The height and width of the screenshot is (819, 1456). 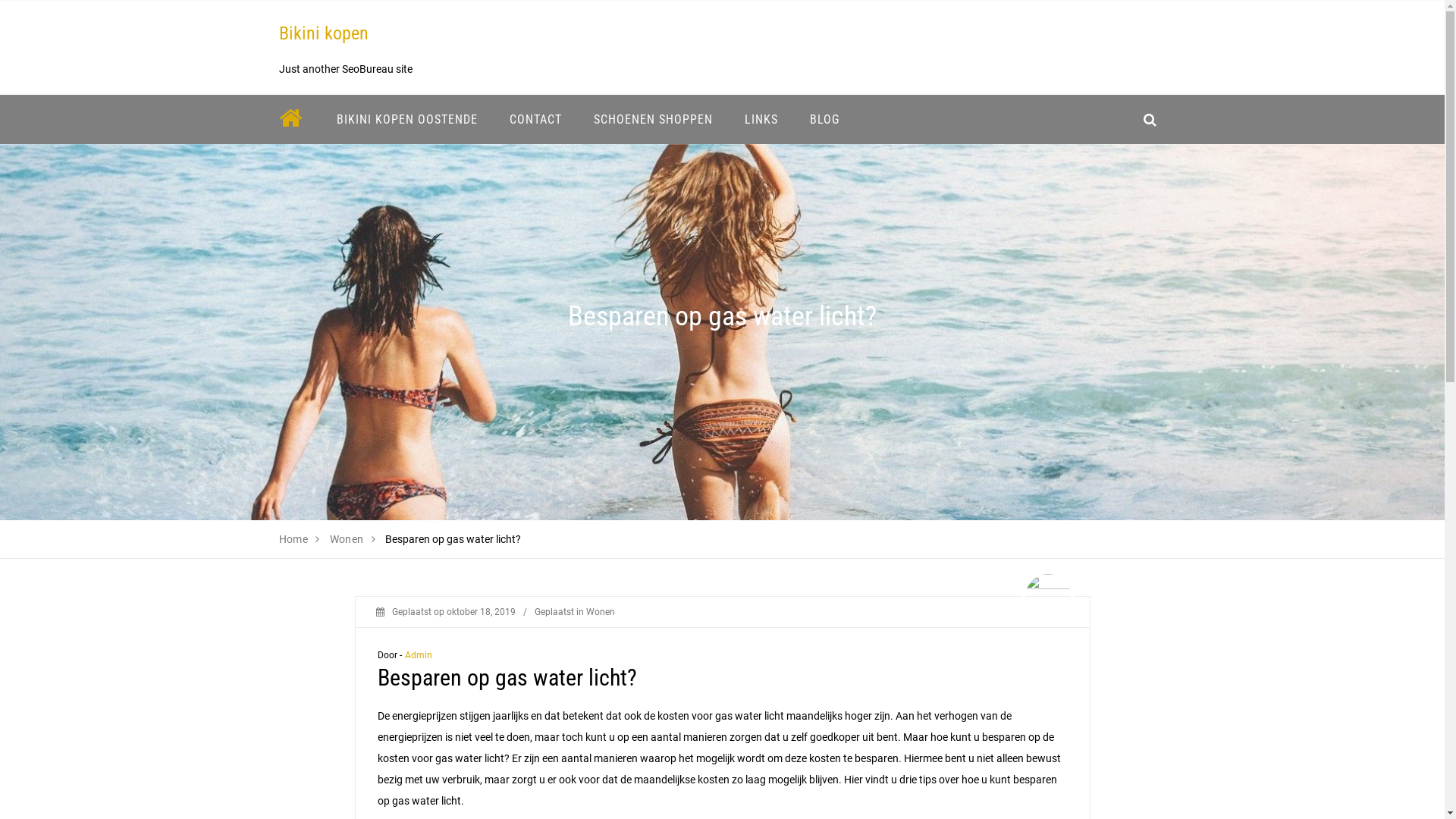 I want to click on 'search_icon', so click(x=1132, y=118).